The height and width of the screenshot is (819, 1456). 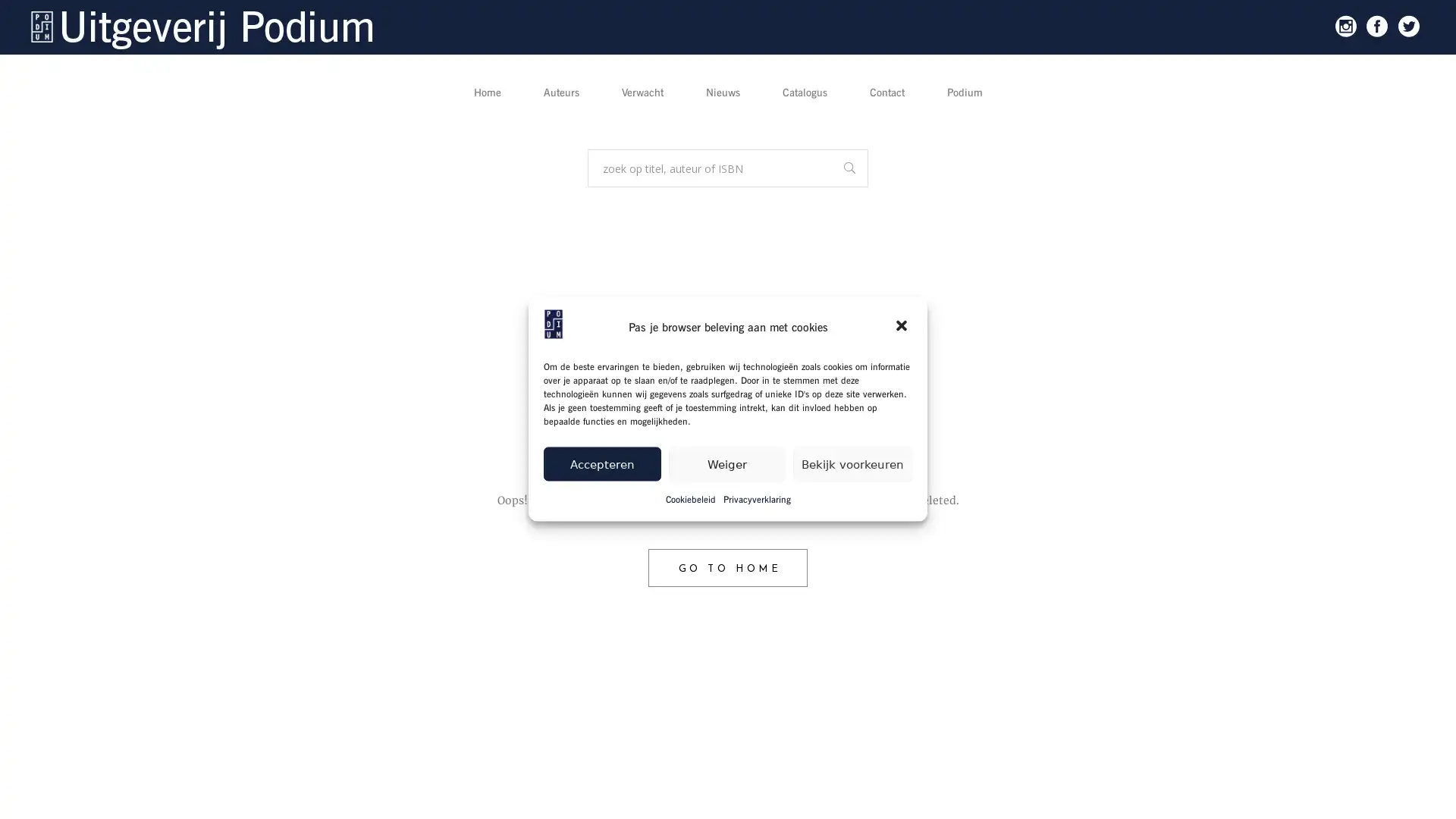 I want to click on close-dialog, so click(x=902, y=326).